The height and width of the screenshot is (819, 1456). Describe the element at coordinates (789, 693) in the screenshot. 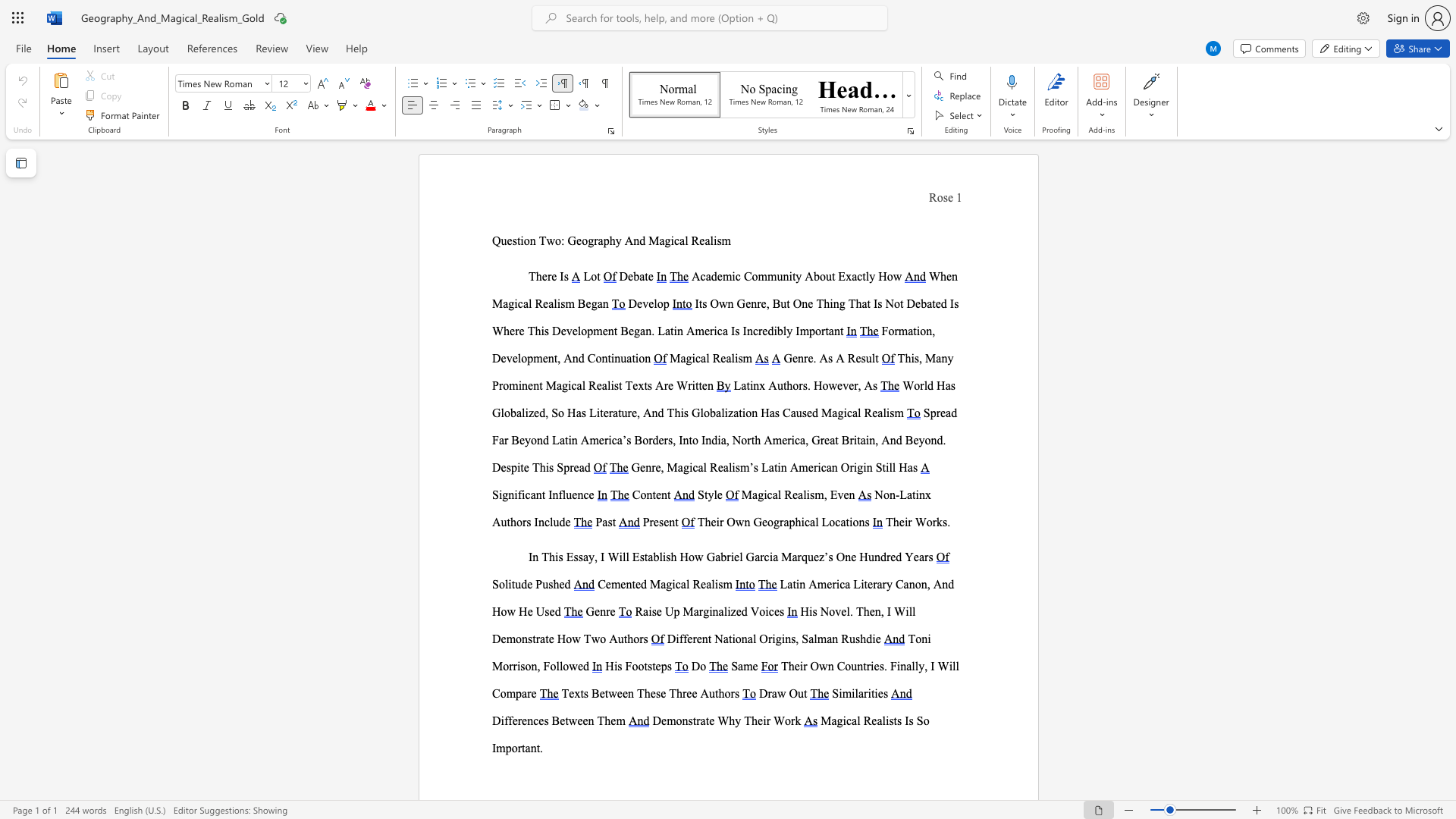

I see `the subset text "Ou" within the text "Draw Out"` at that location.